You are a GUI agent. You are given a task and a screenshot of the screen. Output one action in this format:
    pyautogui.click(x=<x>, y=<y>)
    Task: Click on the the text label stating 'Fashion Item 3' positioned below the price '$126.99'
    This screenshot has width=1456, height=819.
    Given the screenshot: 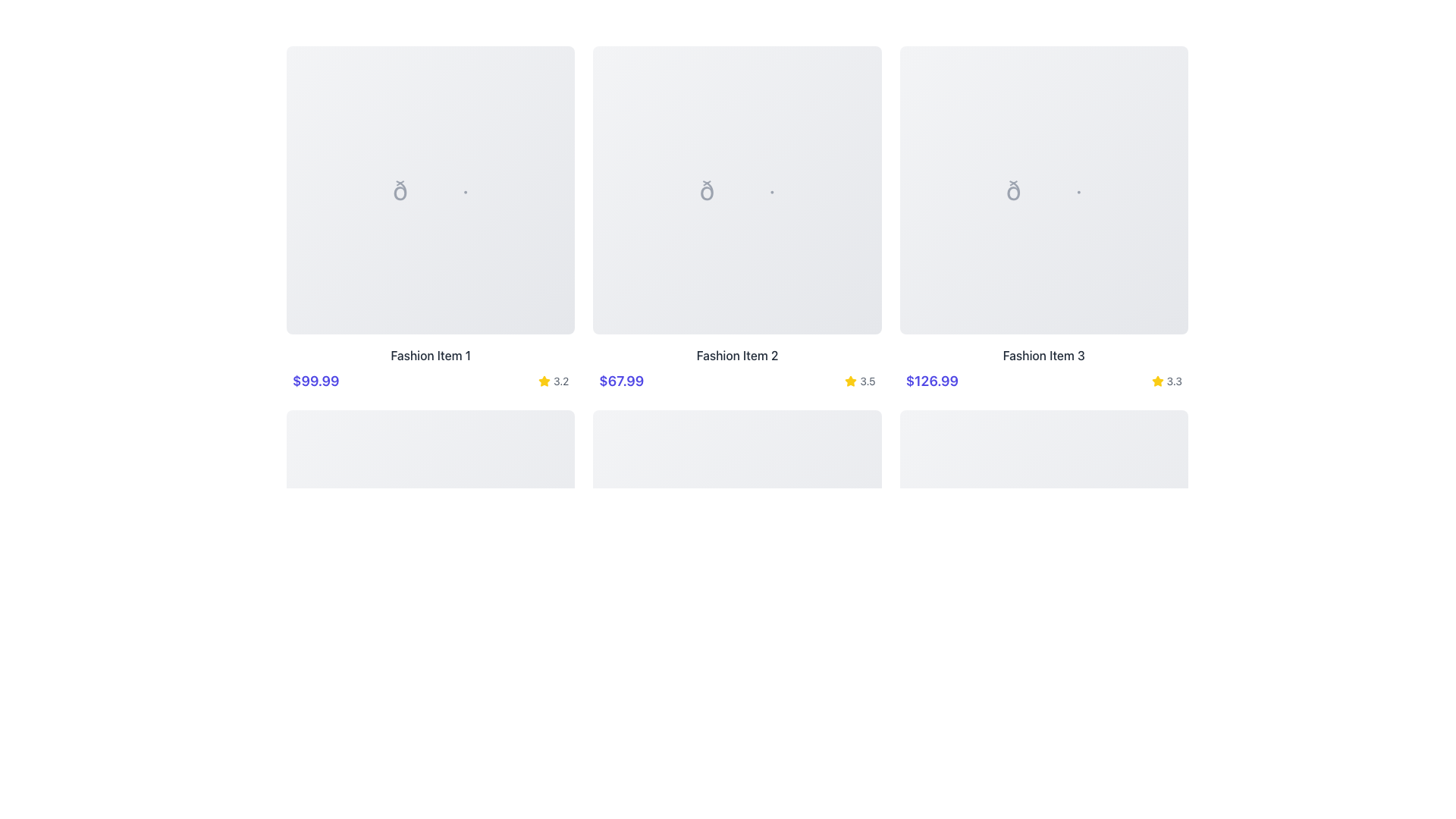 What is the action you would take?
    pyautogui.click(x=1043, y=356)
    